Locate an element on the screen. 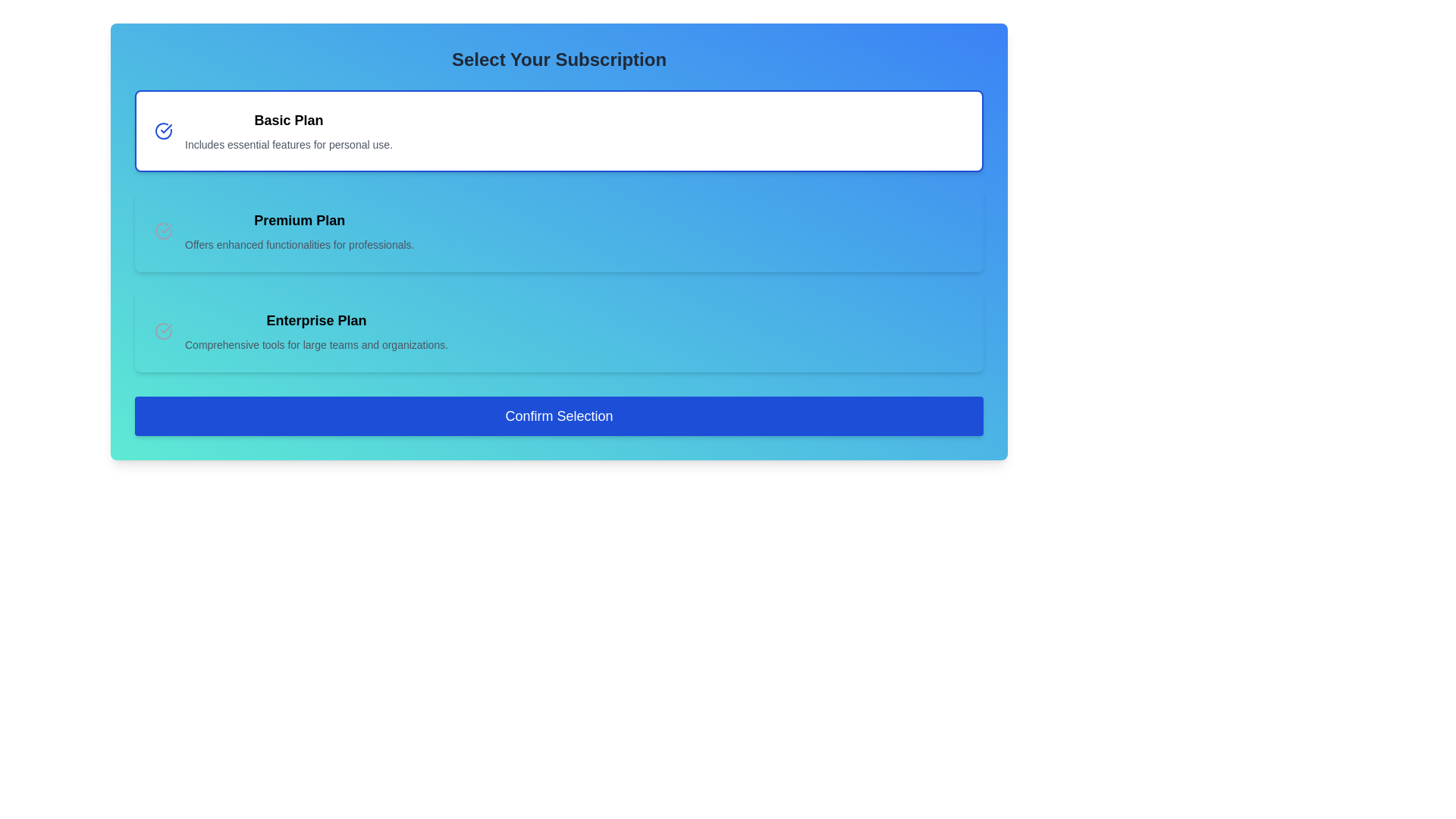 Image resolution: width=1456 pixels, height=819 pixels. the 'Premium Plan' subscription title label, which is located in the second subscription option card, centered horizontally above the descriptive text is located at coordinates (300, 220).